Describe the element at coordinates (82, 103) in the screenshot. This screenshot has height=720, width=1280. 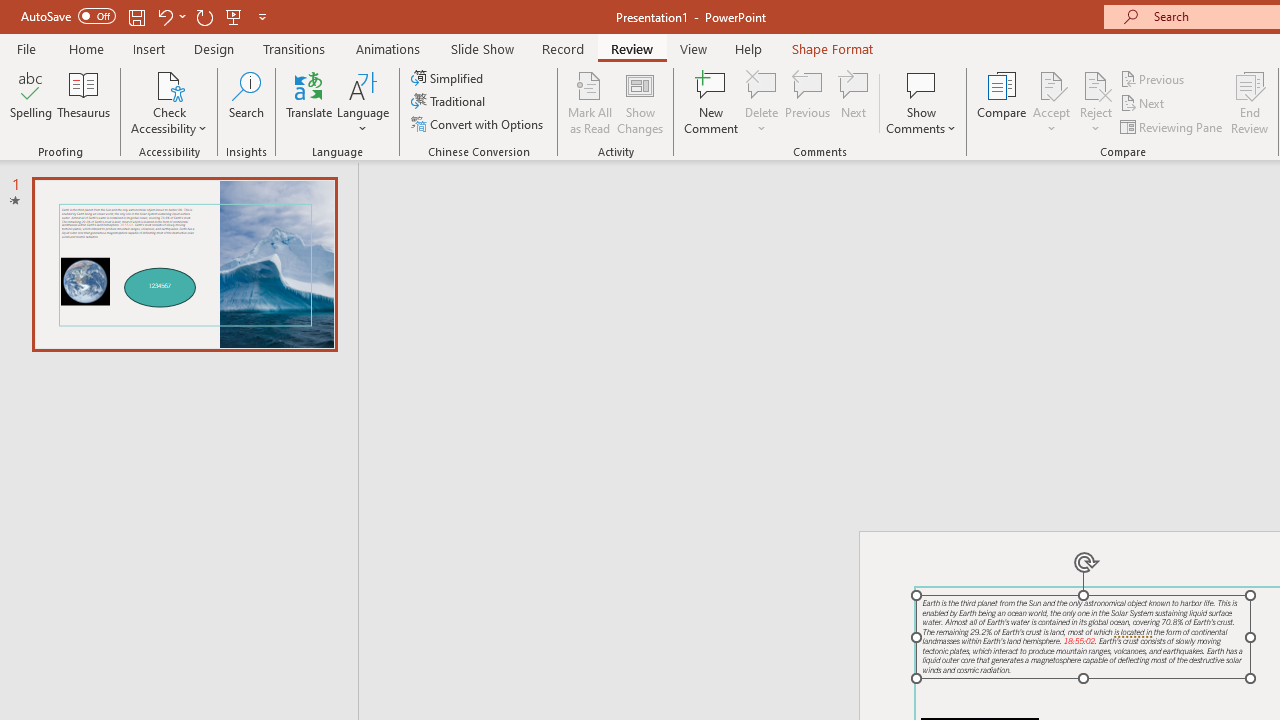
I see `'Thesaurus...'` at that location.